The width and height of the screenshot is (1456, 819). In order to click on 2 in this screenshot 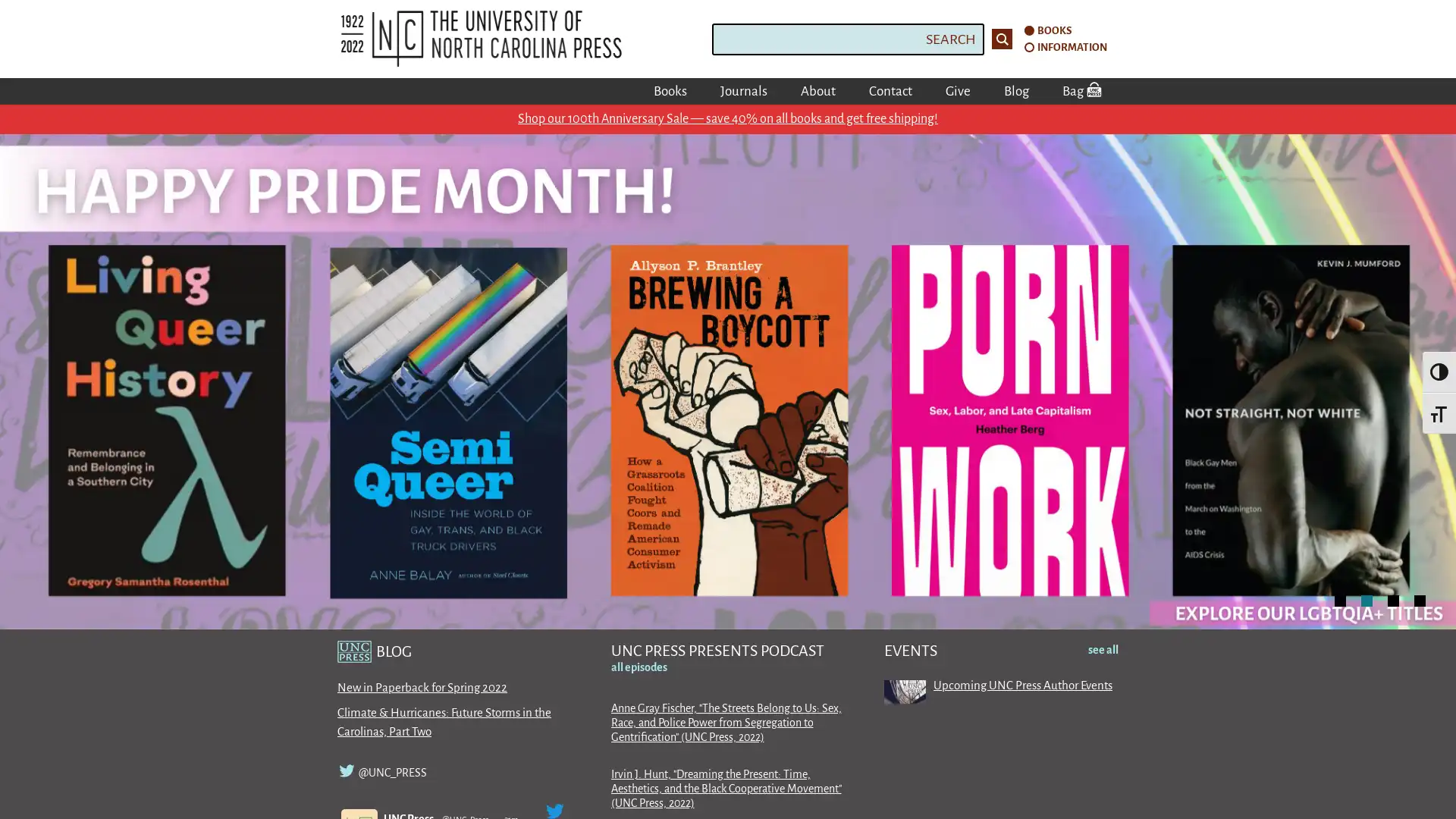, I will do `click(1367, 599)`.